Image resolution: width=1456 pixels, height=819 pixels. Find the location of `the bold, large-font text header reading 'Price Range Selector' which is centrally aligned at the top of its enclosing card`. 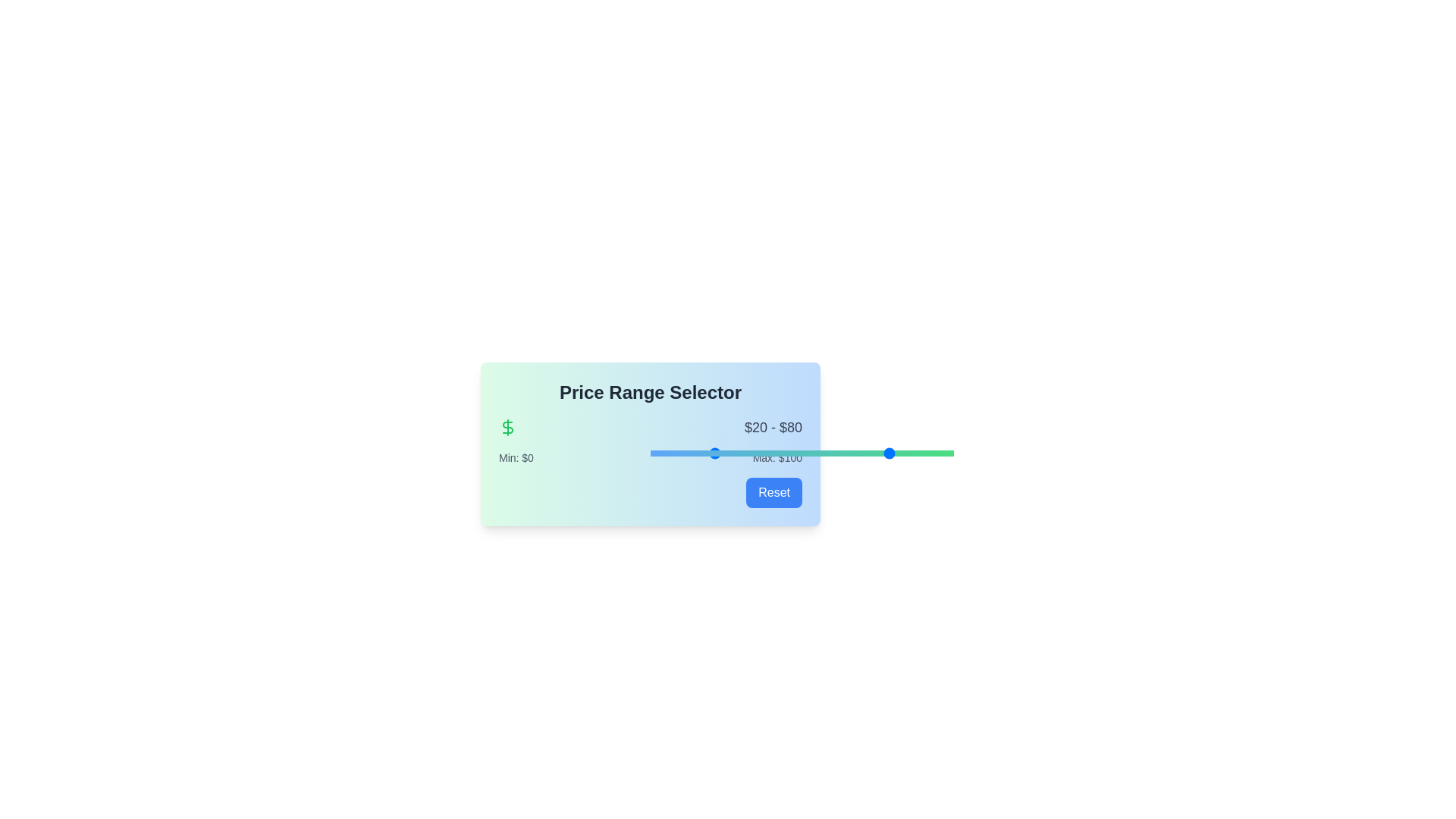

the bold, large-font text header reading 'Price Range Selector' which is centrally aligned at the top of its enclosing card is located at coordinates (651, 391).